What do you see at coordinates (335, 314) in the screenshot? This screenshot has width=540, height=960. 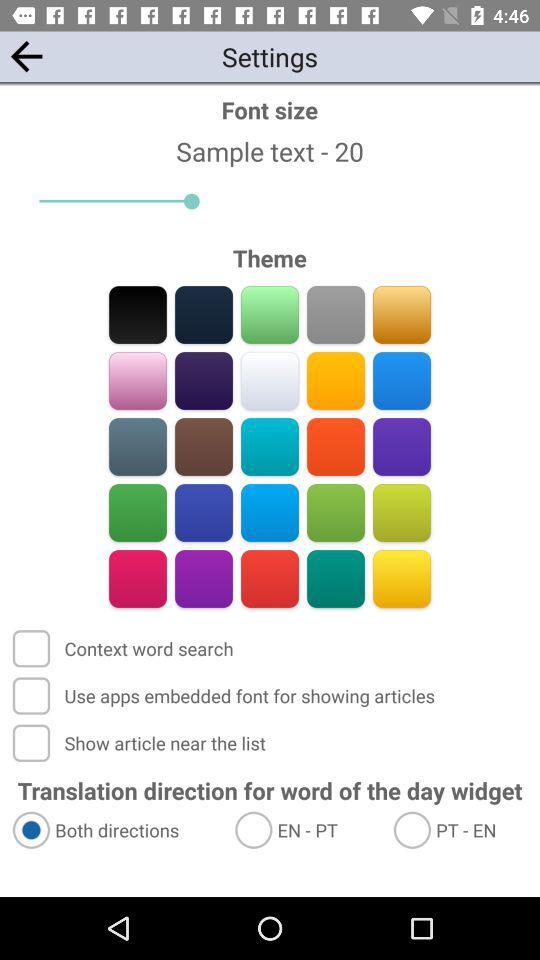 I see `color selection` at bounding box center [335, 314].